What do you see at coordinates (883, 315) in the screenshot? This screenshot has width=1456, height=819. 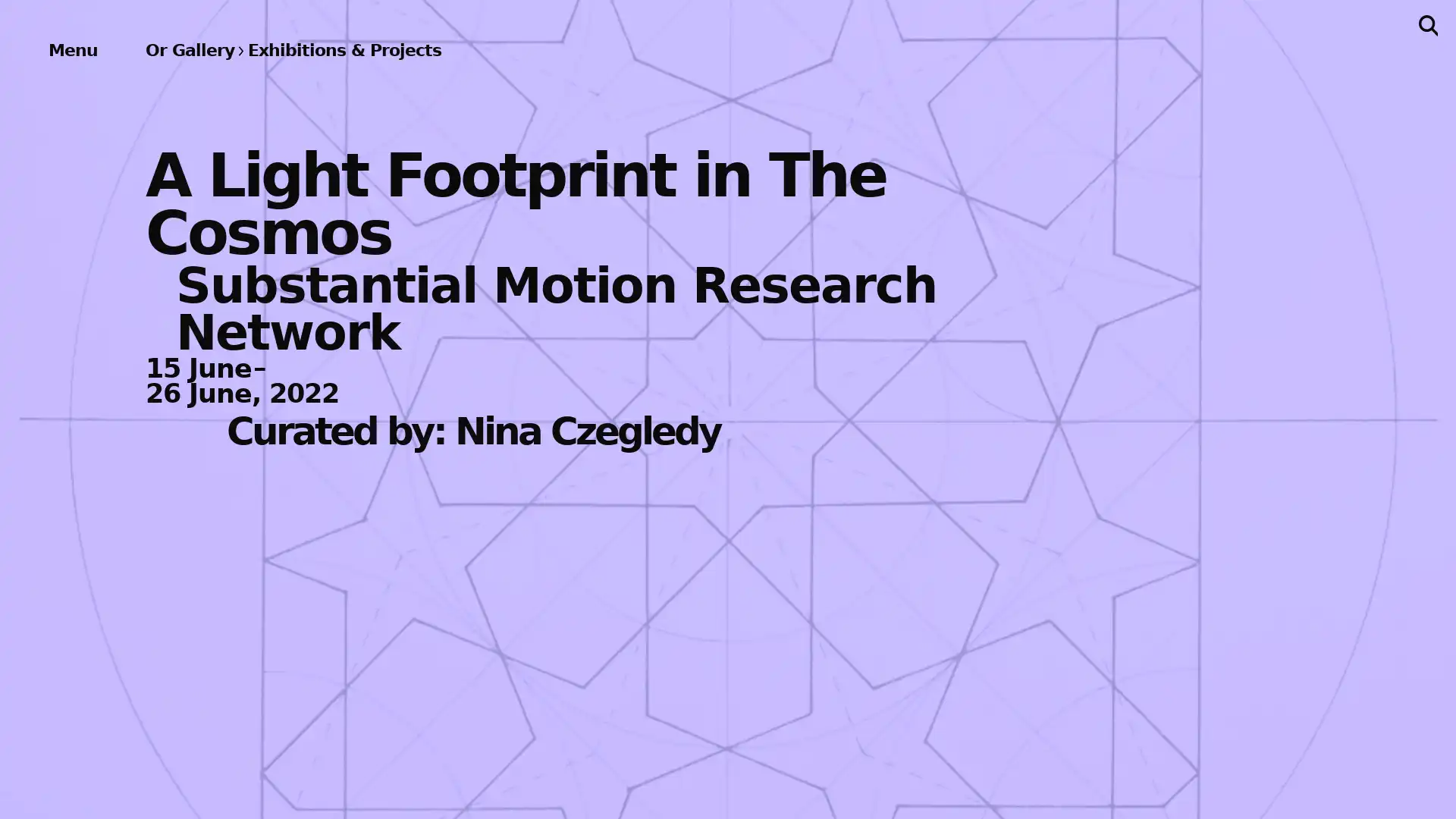 I see `Subscribe` at bounding box center [883, 315].